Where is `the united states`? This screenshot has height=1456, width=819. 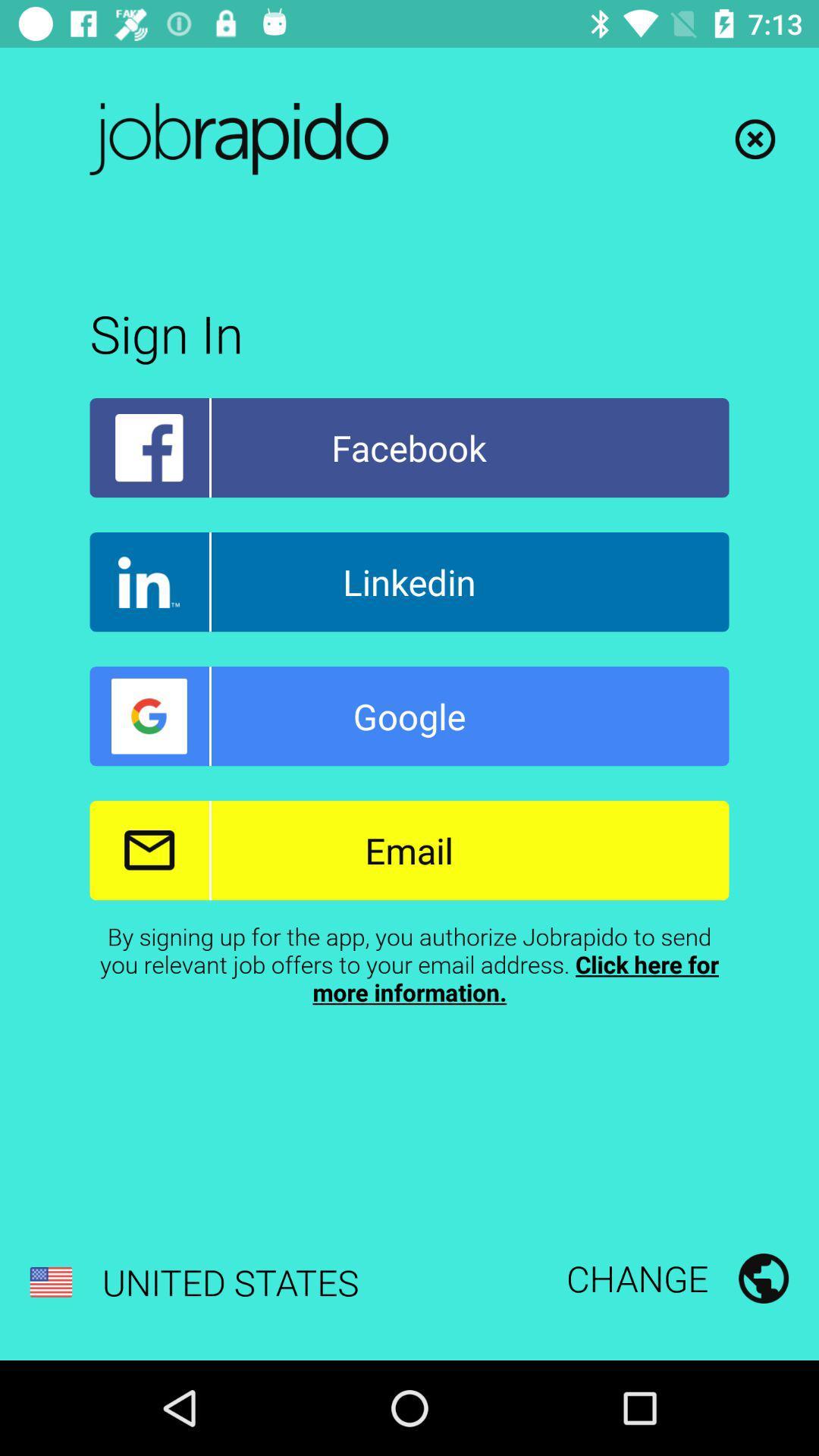 the united states is located at coordinates (193, 1282).